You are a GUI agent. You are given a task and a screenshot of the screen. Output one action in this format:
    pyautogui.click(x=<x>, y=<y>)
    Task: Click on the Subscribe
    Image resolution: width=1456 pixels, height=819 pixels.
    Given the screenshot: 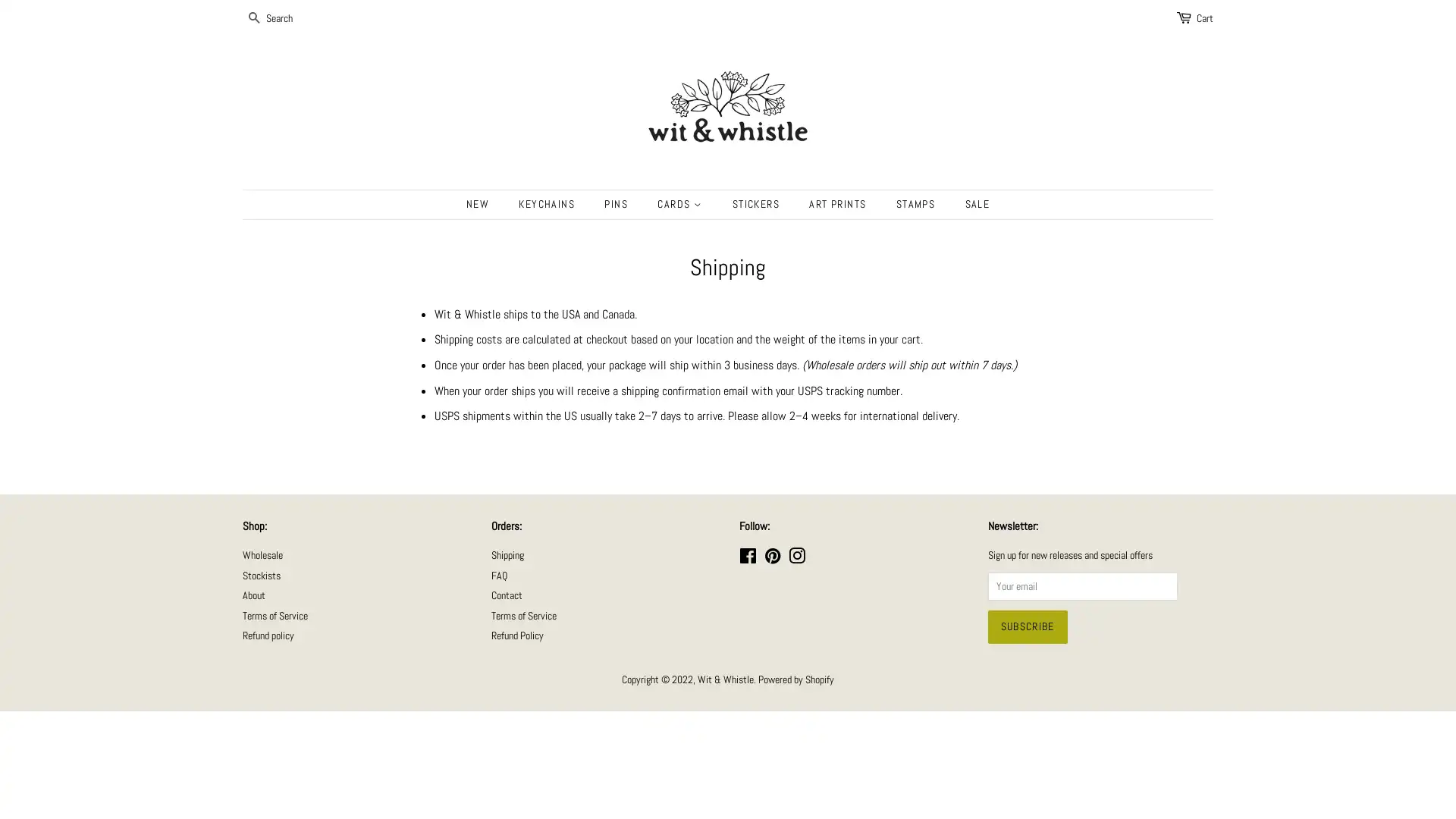 What is the action you would take?
    pyautogui.click(x=1027, y=626)
    